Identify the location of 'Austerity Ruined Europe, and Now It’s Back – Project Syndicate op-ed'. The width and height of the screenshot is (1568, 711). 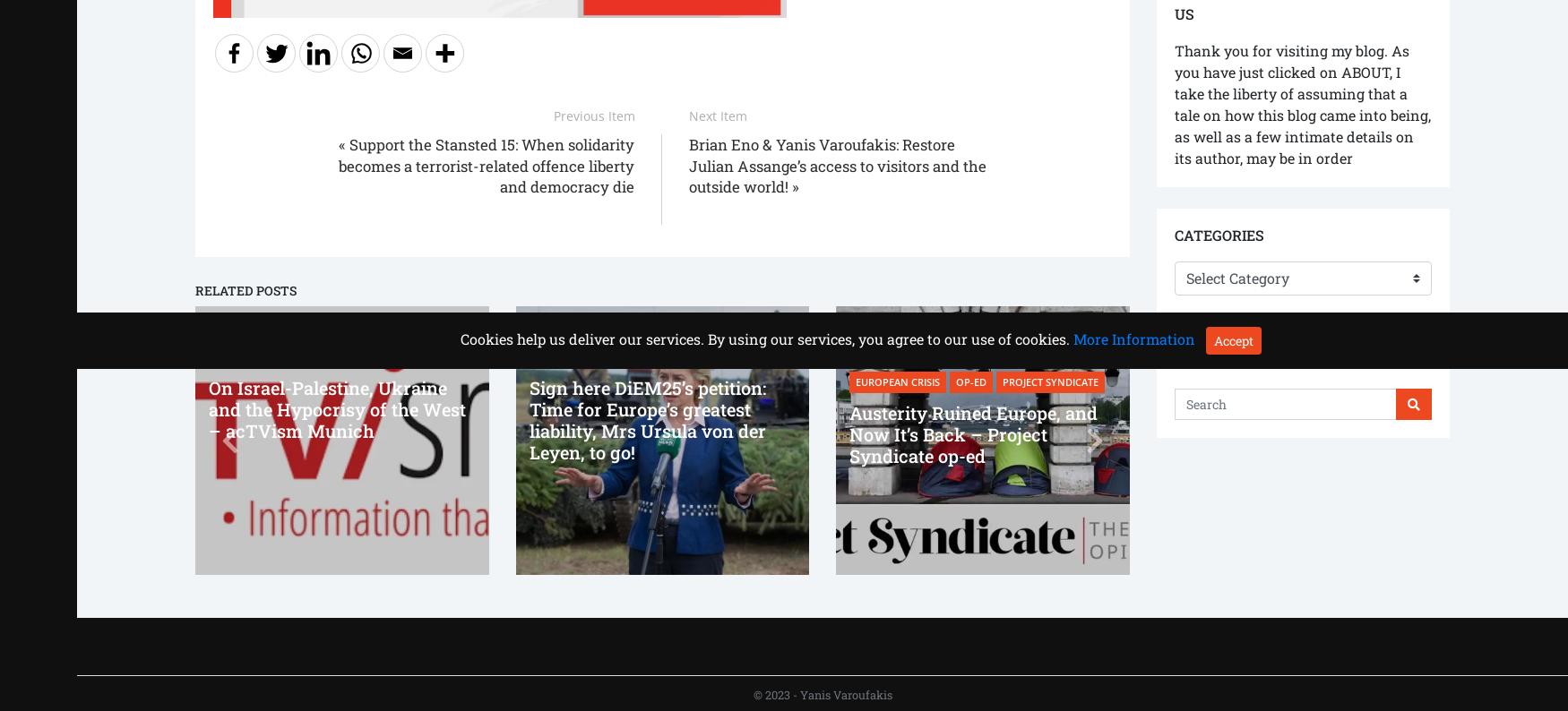
(973, 433).